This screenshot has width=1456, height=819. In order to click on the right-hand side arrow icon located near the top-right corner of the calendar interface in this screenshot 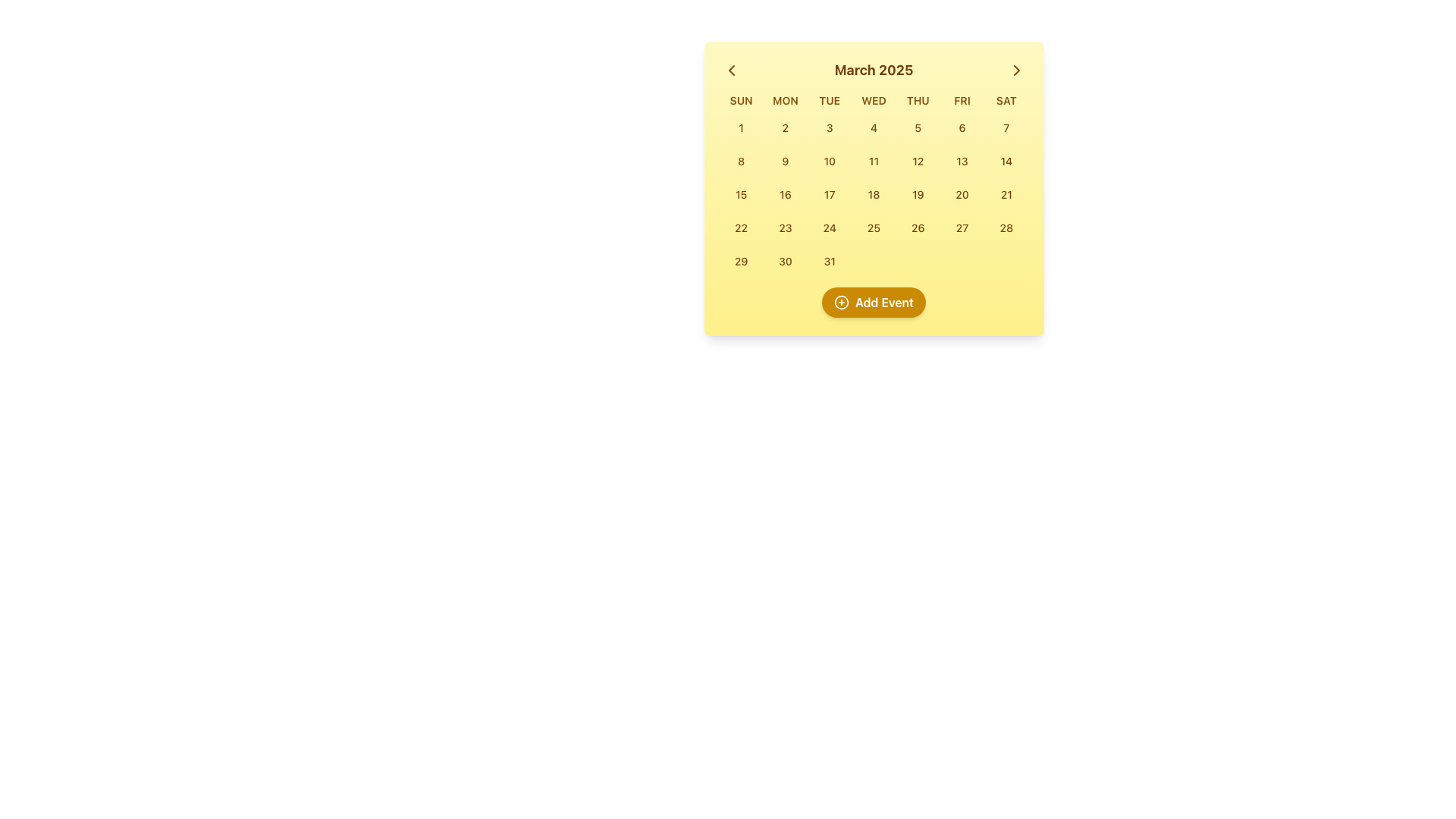, I will do `click(1016, 70)`.